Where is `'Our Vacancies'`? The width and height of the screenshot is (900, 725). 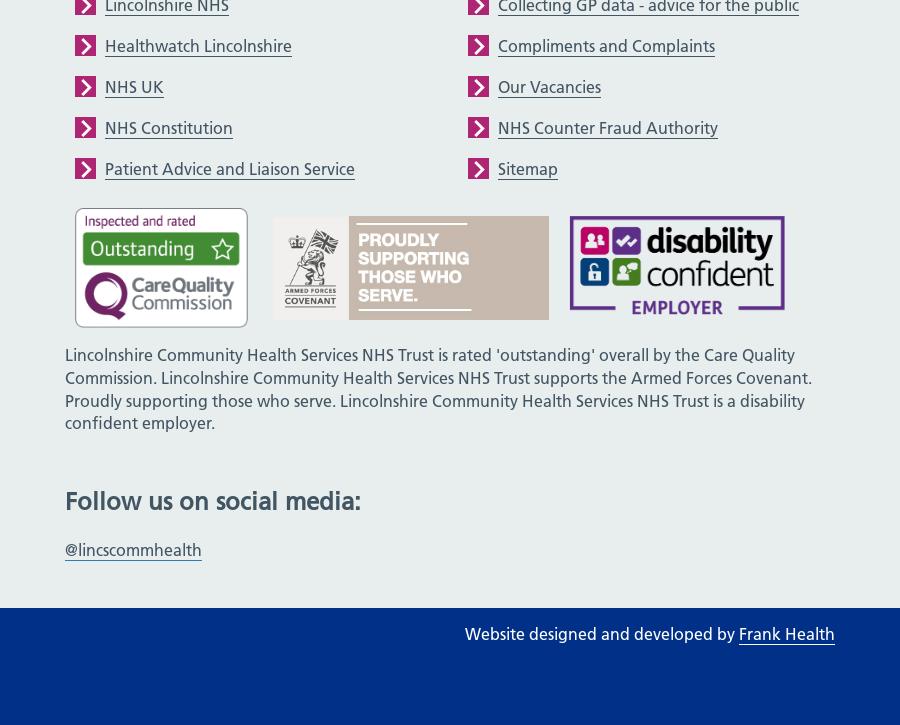
'Our Vacancies' is located at coordinates (548, 85).